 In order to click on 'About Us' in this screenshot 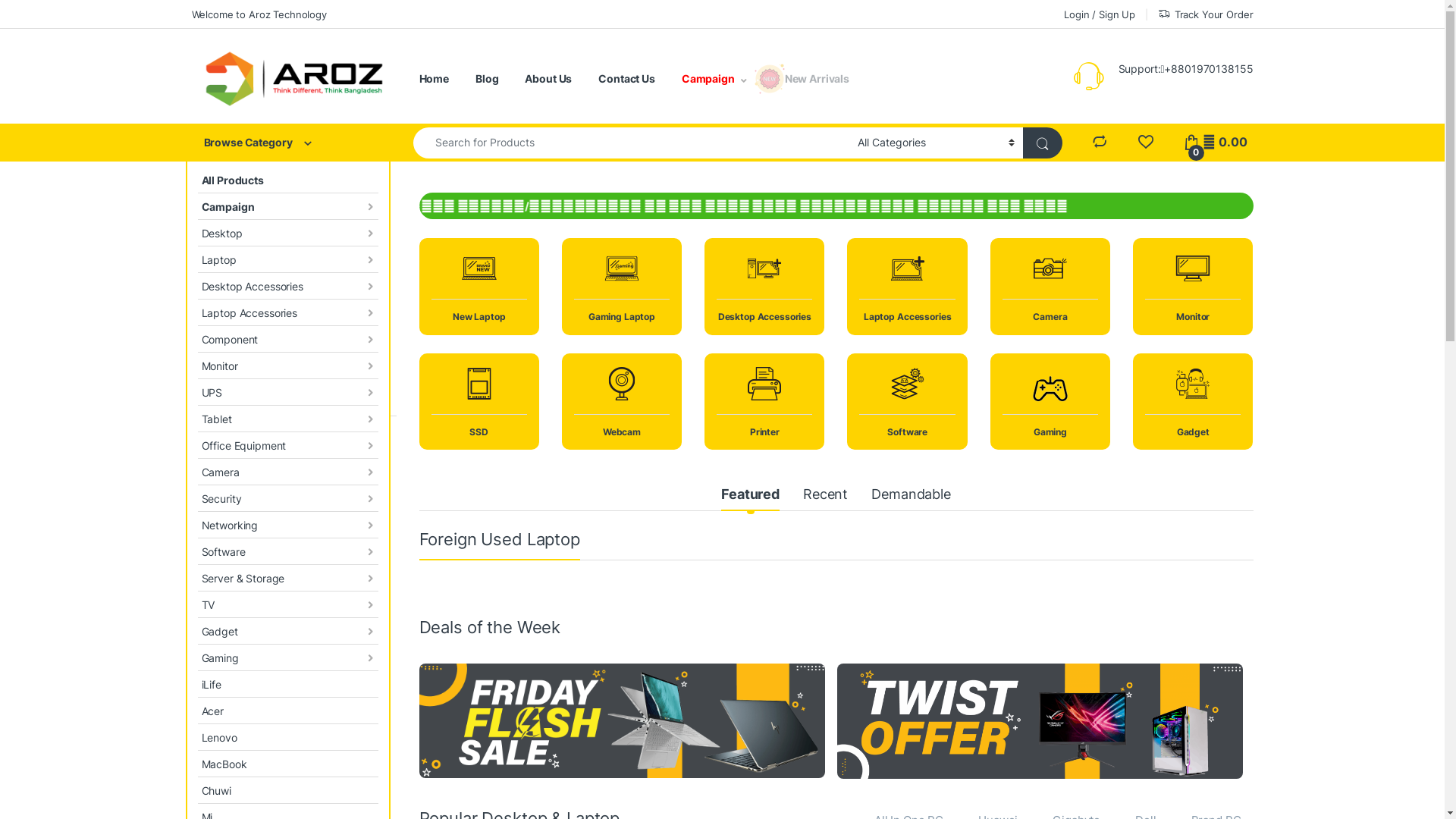, I will do `click(548, 79)`.